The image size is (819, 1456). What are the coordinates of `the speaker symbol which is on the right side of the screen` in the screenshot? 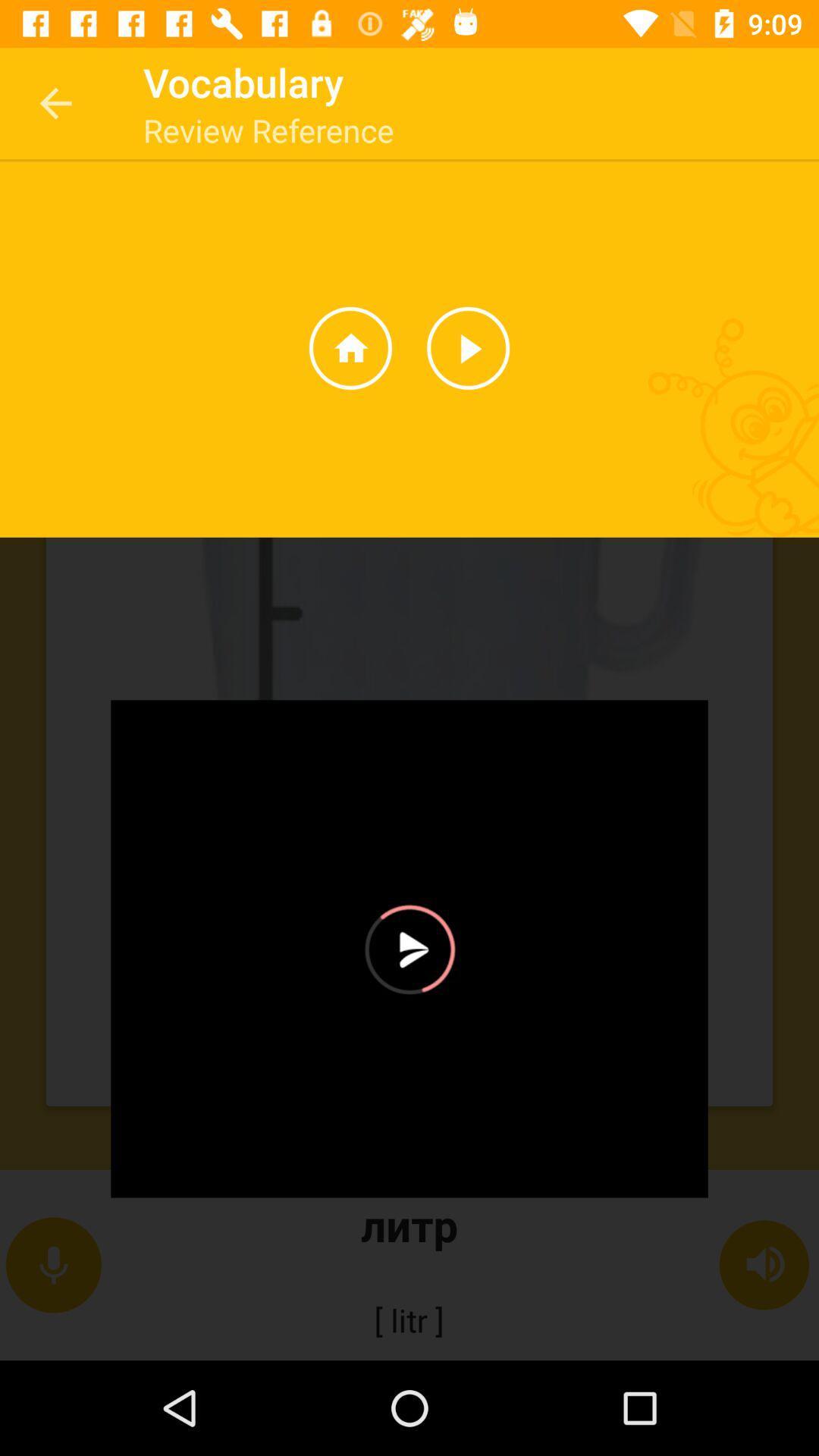 It's located at (765, 1265).